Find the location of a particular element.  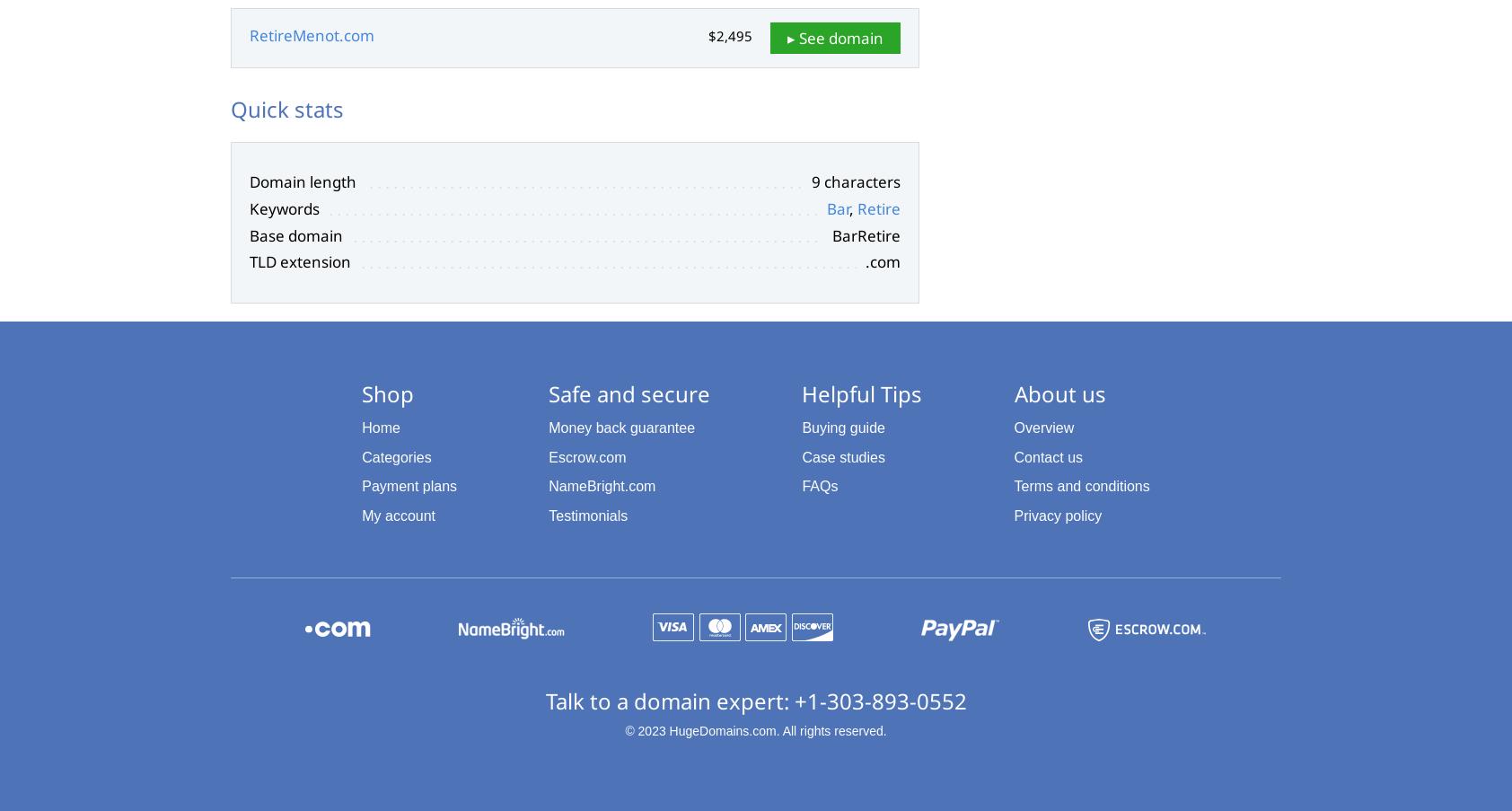

'Safe and secure' is located at coordinates (547, 392).